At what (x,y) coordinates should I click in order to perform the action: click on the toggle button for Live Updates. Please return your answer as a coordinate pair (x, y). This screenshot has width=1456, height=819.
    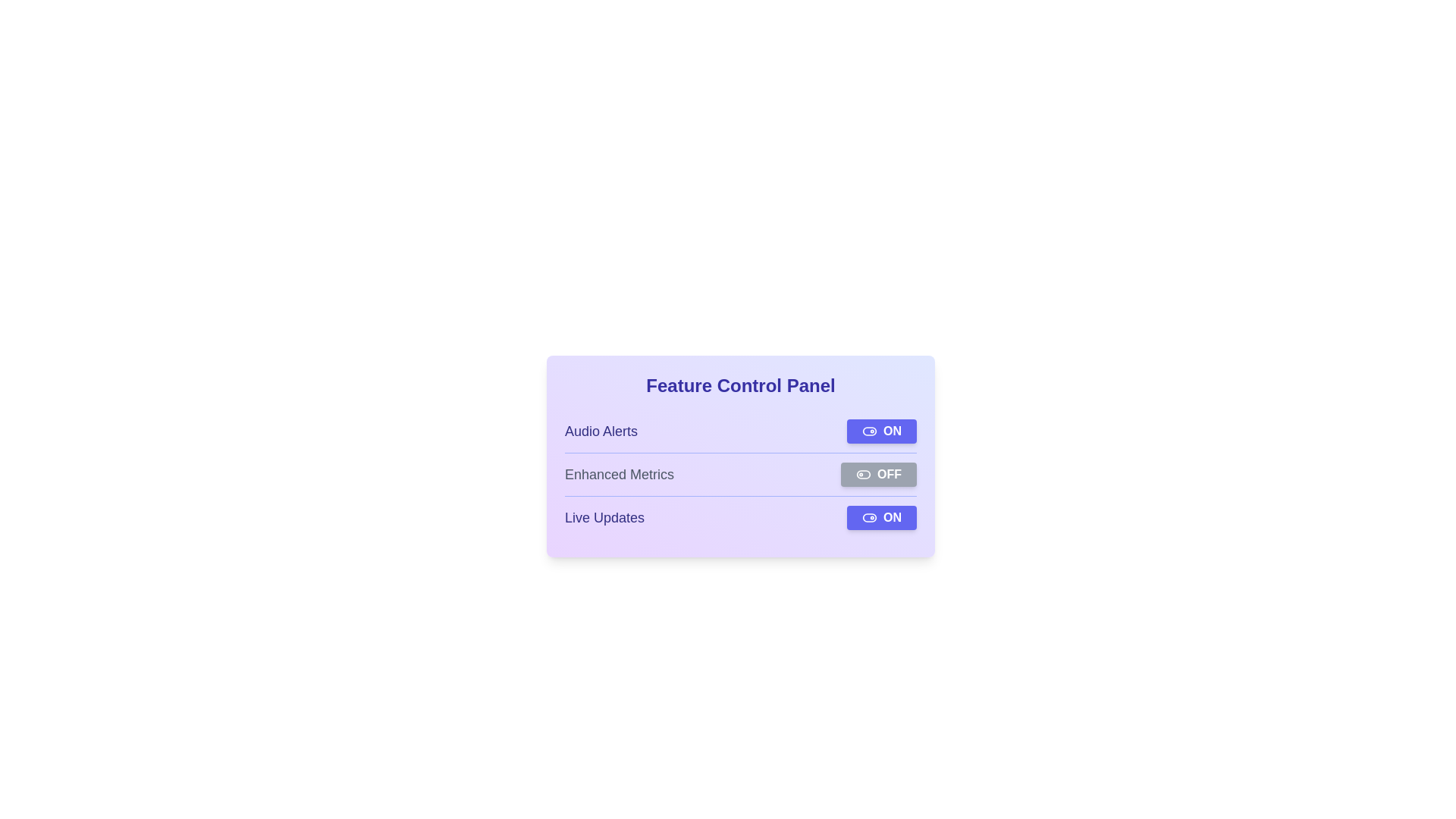
    Looking at the image, I should click on (881, 516).